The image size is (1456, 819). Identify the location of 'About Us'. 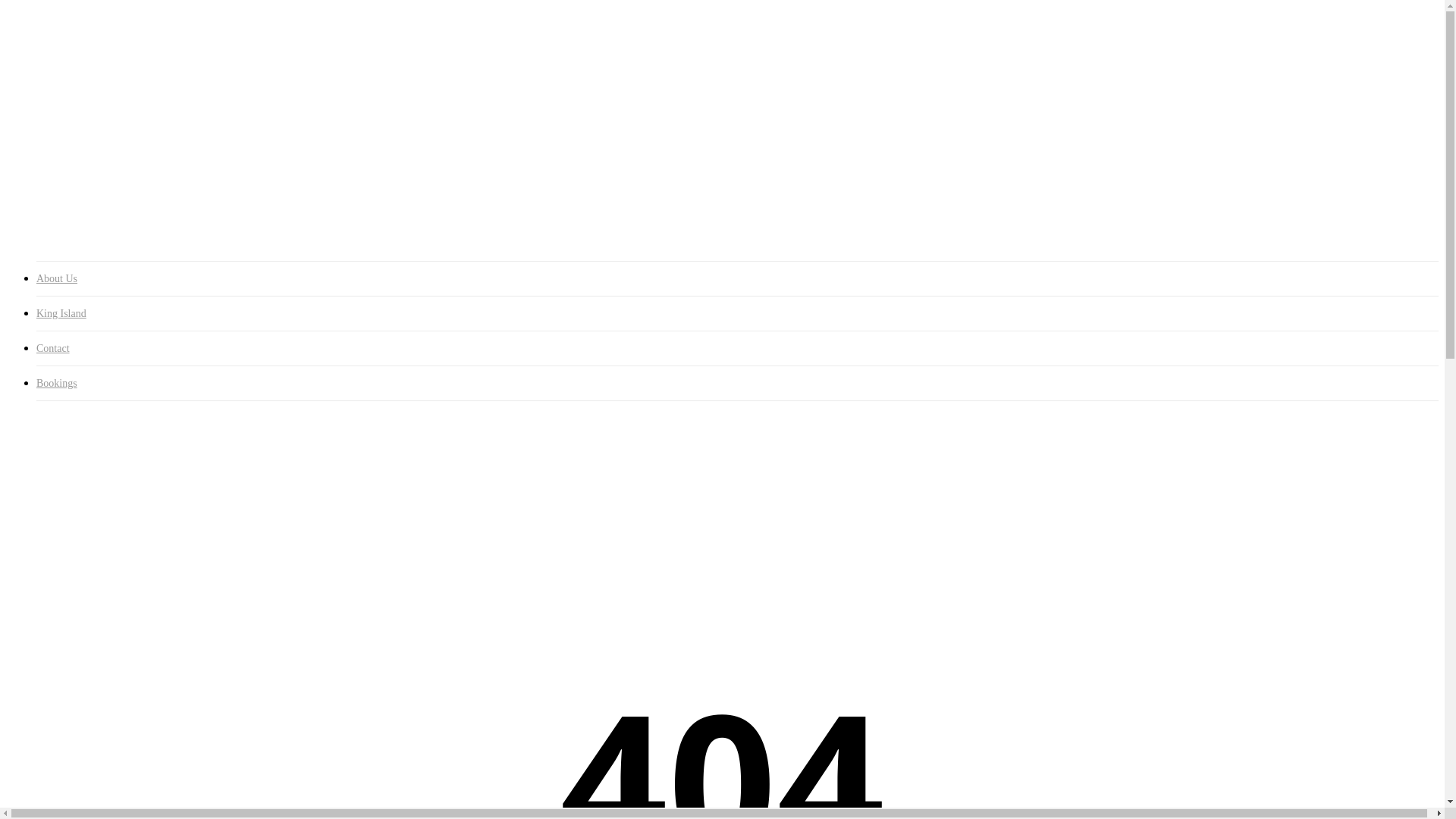
(737, 278).